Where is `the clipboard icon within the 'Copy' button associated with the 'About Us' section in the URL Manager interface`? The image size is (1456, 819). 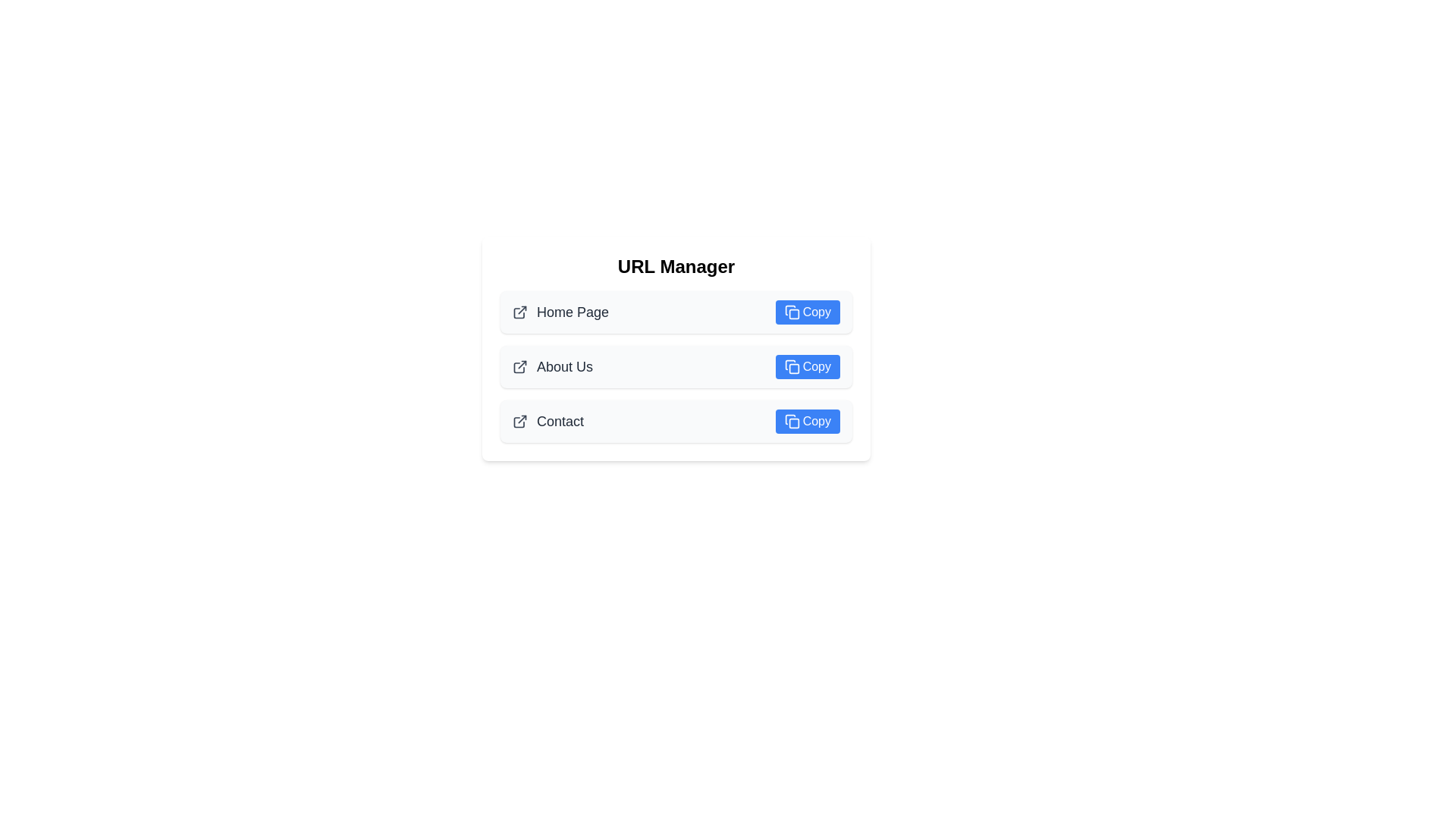
the clipboard icon within the 'Copy' button associated with the 'About Us' section in the URL Manager interface is located at coordinates (789, 365).